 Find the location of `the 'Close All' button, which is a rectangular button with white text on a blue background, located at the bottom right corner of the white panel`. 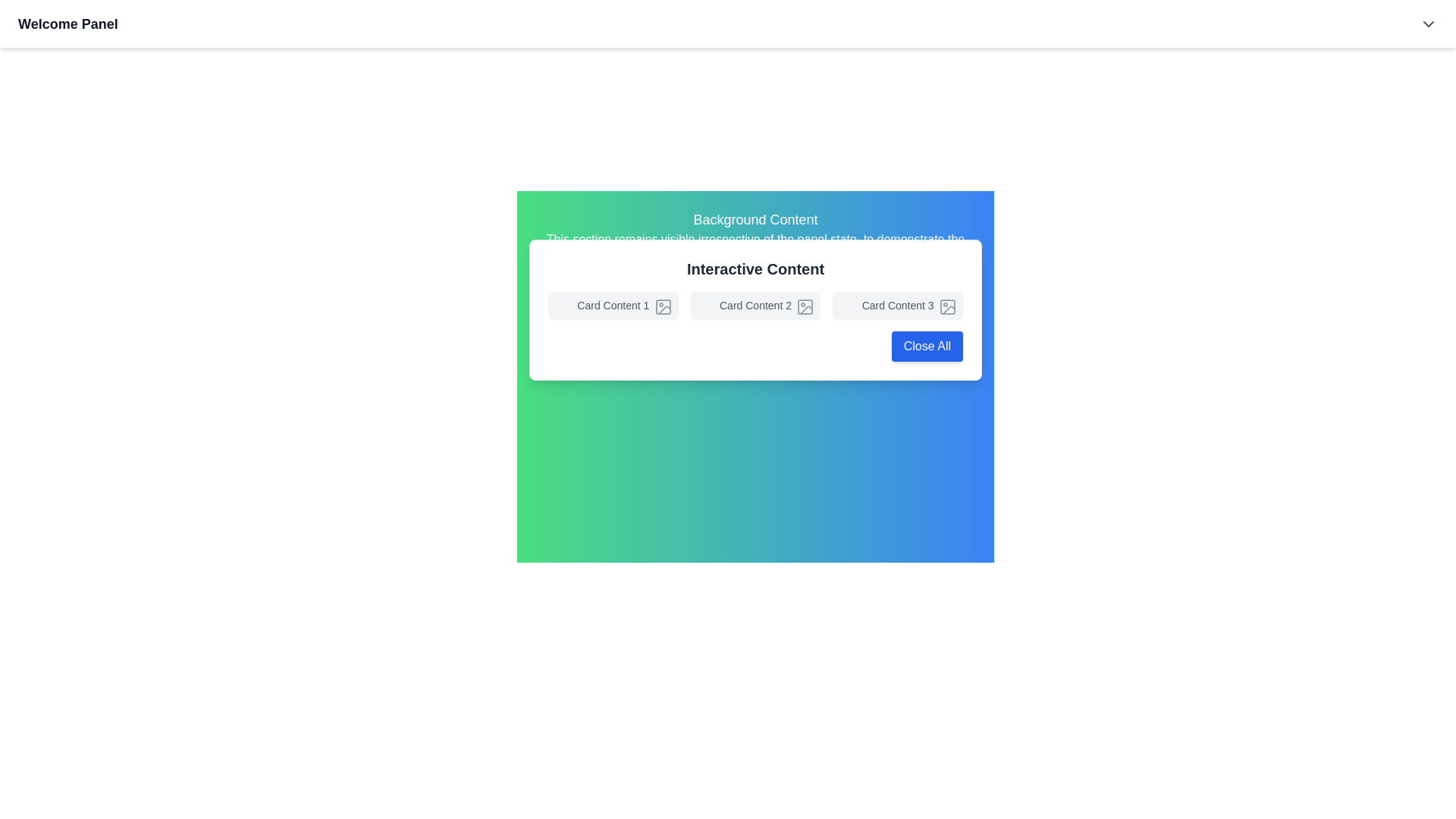

the 'Close All' button, which is a rectangular button with white text on a blue background, located at the bottom right corner of the white panel is located at coordinates (926, 346).